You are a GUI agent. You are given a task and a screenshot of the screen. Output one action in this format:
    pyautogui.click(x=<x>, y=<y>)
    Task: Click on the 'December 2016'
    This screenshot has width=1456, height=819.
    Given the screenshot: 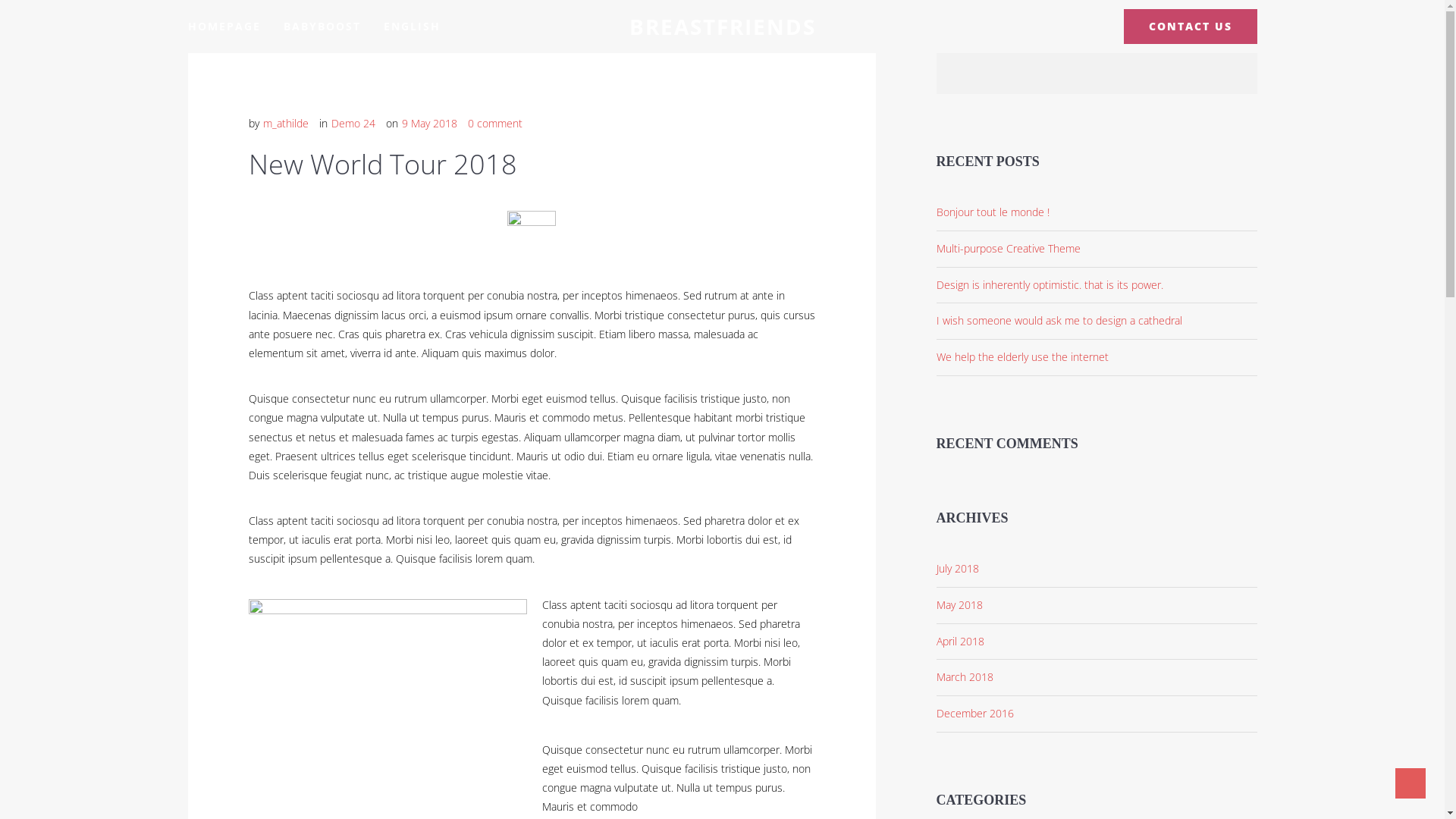 What is the action you would take?
    pyautogui.click(x=1096, y=714)
    